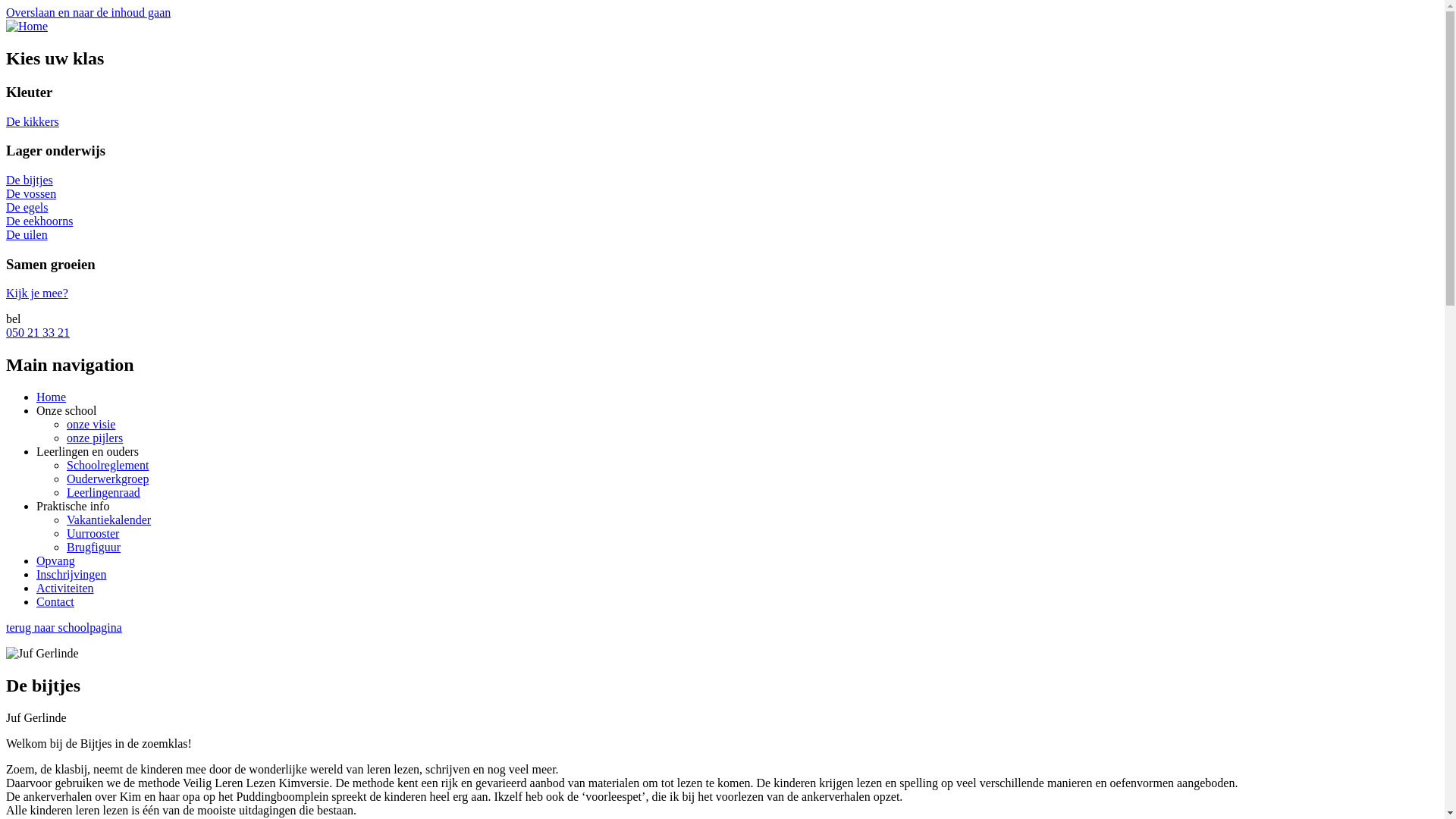 The image size is (1456, 819). Describe the element at coordinates (64, 587) in the screenshot. I see `'Activiteiten'` at that location.